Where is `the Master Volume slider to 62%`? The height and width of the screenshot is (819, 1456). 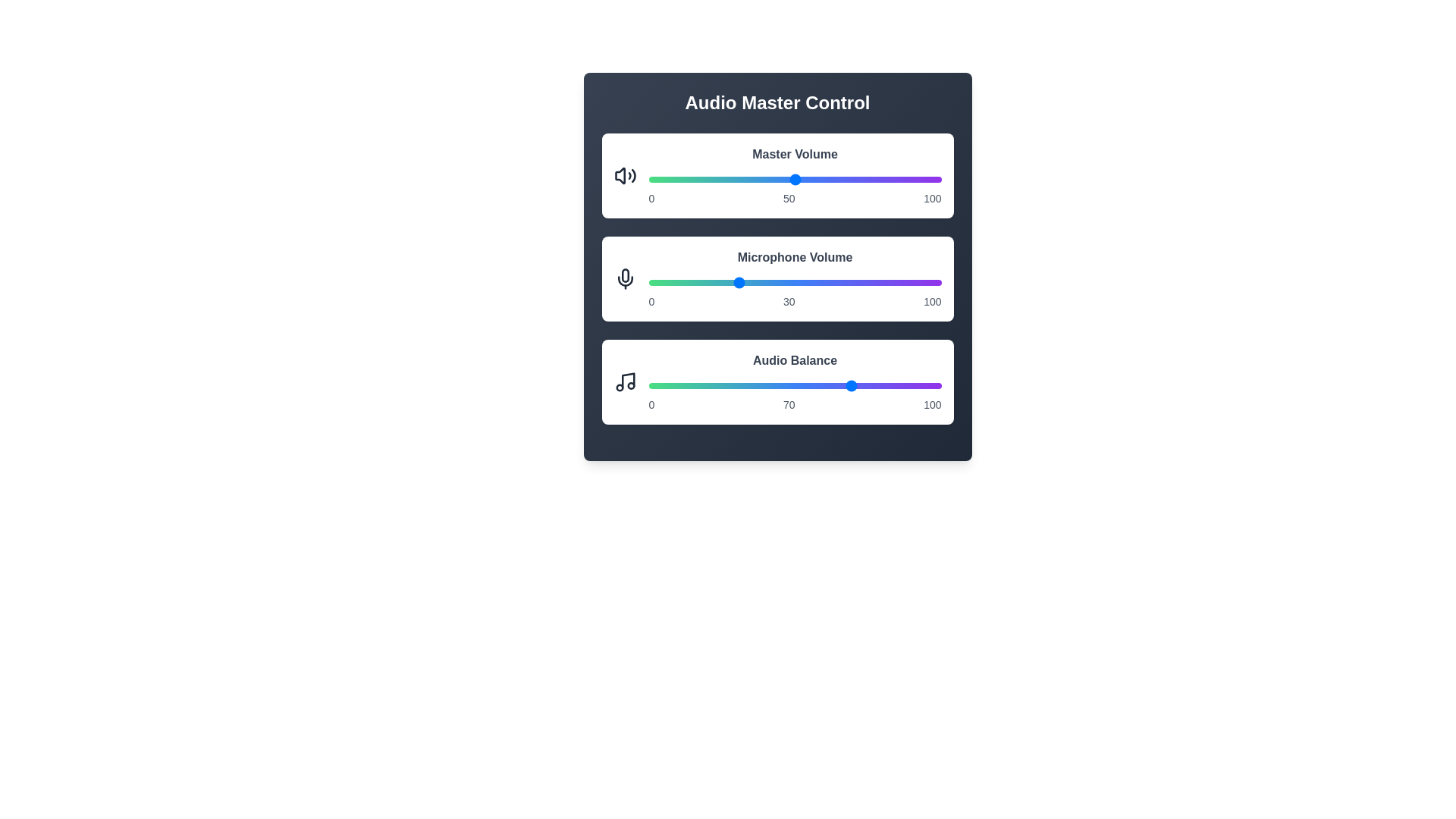 the Master Volume slider to 62% is located at coordinates (829, 178).